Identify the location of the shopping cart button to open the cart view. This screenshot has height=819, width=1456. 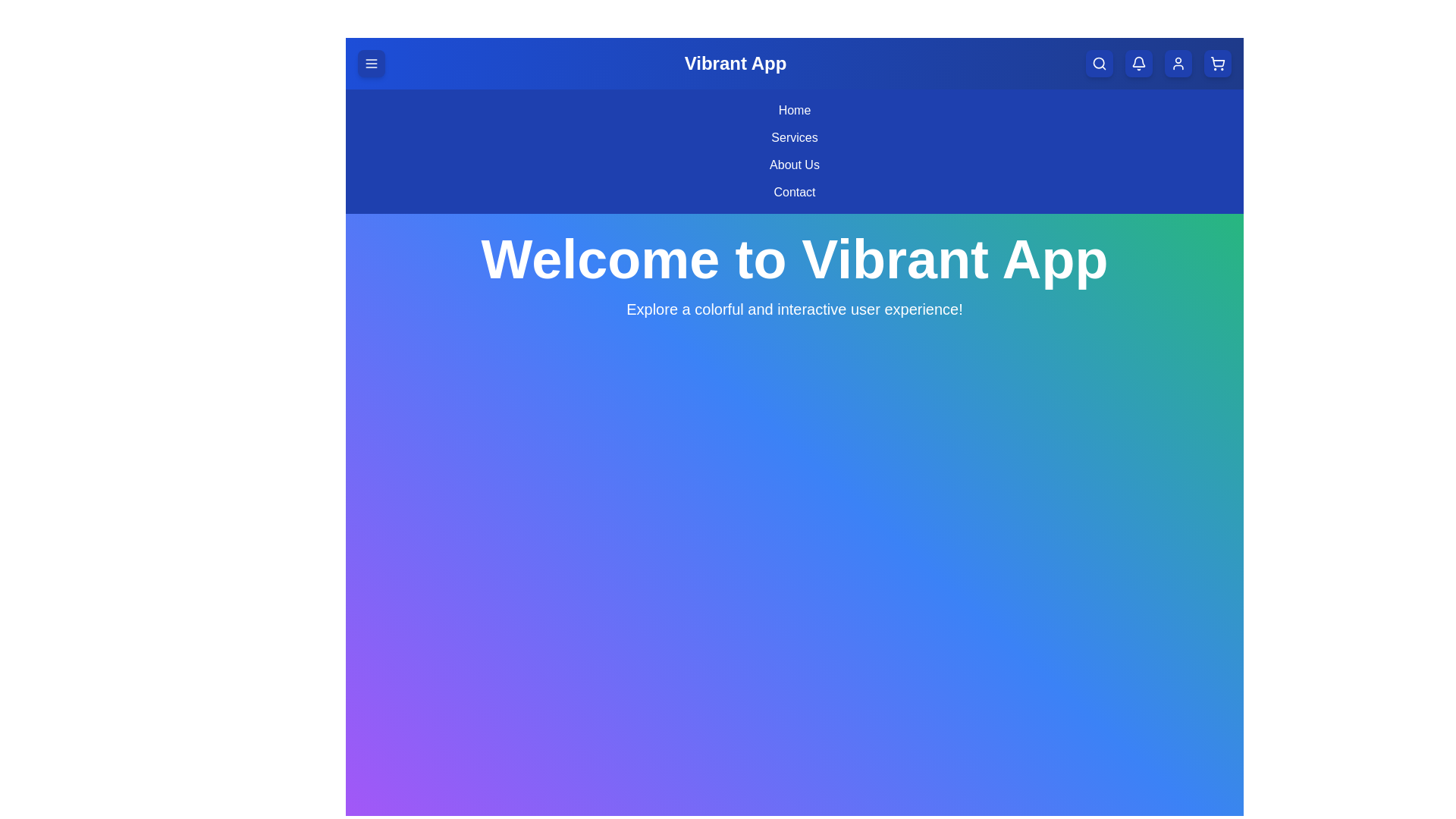
(1217, 63).